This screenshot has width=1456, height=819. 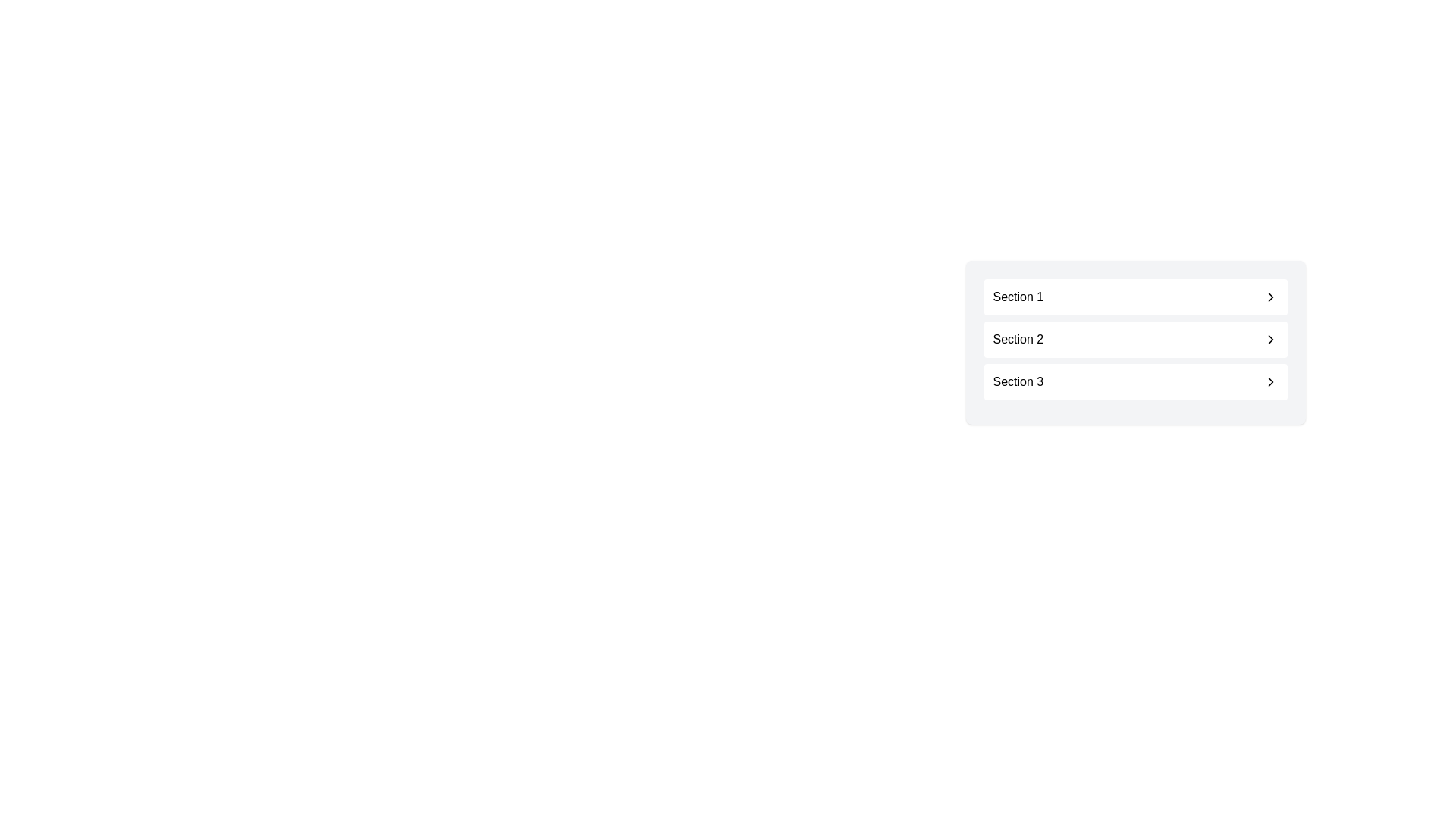 I want to click on the navigational item labeled 'Section 2', so click(x=1135, y=338).